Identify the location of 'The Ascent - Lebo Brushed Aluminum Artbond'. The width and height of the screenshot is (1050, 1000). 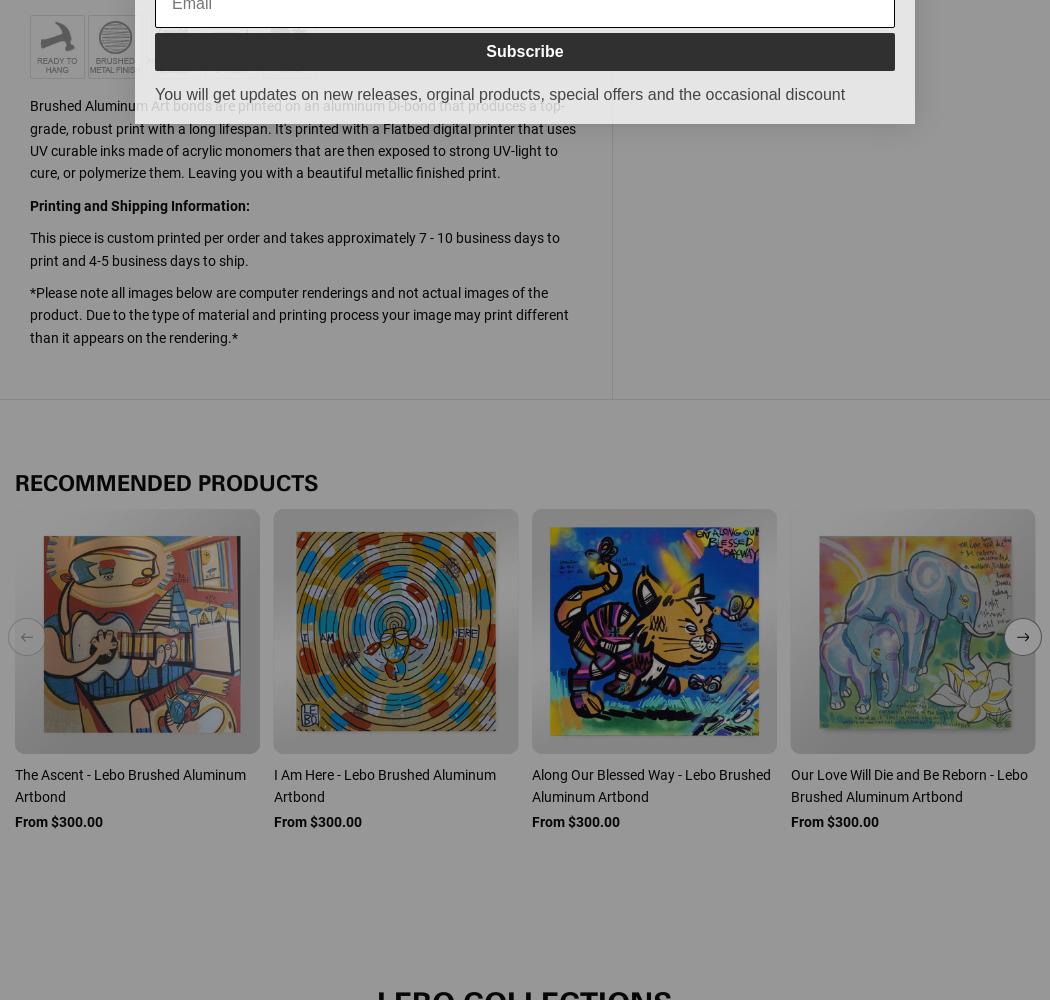
(129, 785).